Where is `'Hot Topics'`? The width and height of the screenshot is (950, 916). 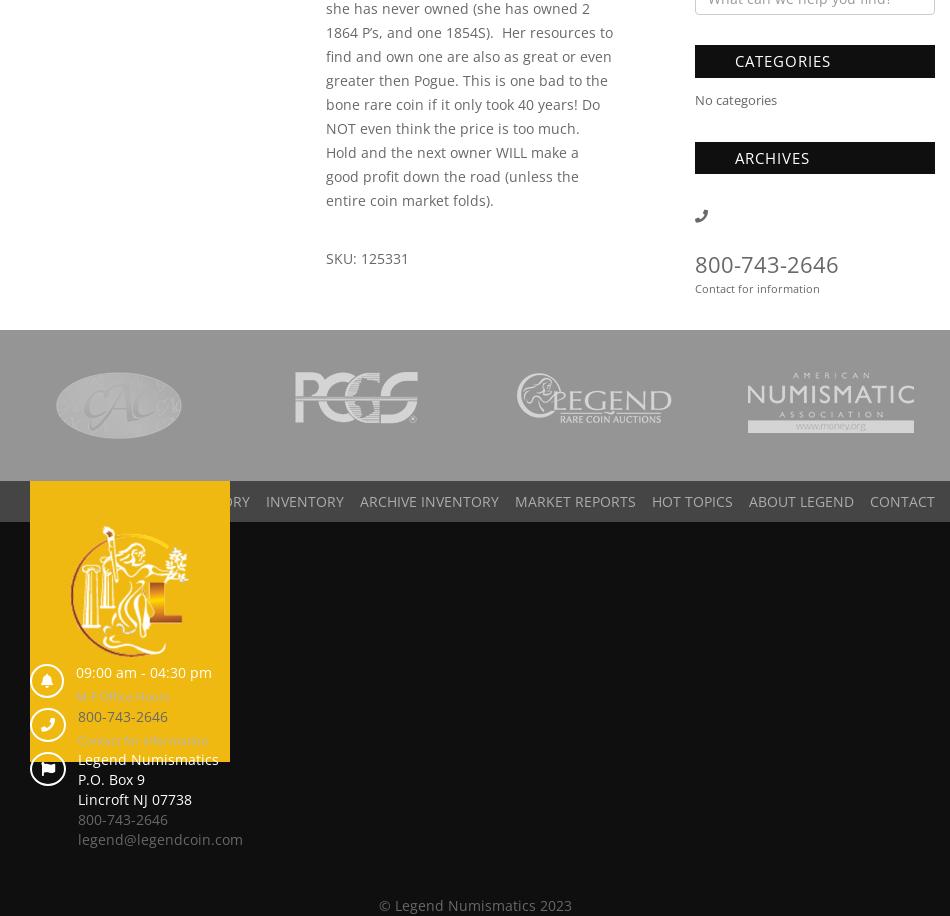
'Hot Topics' is located at coordinates (692, 501).